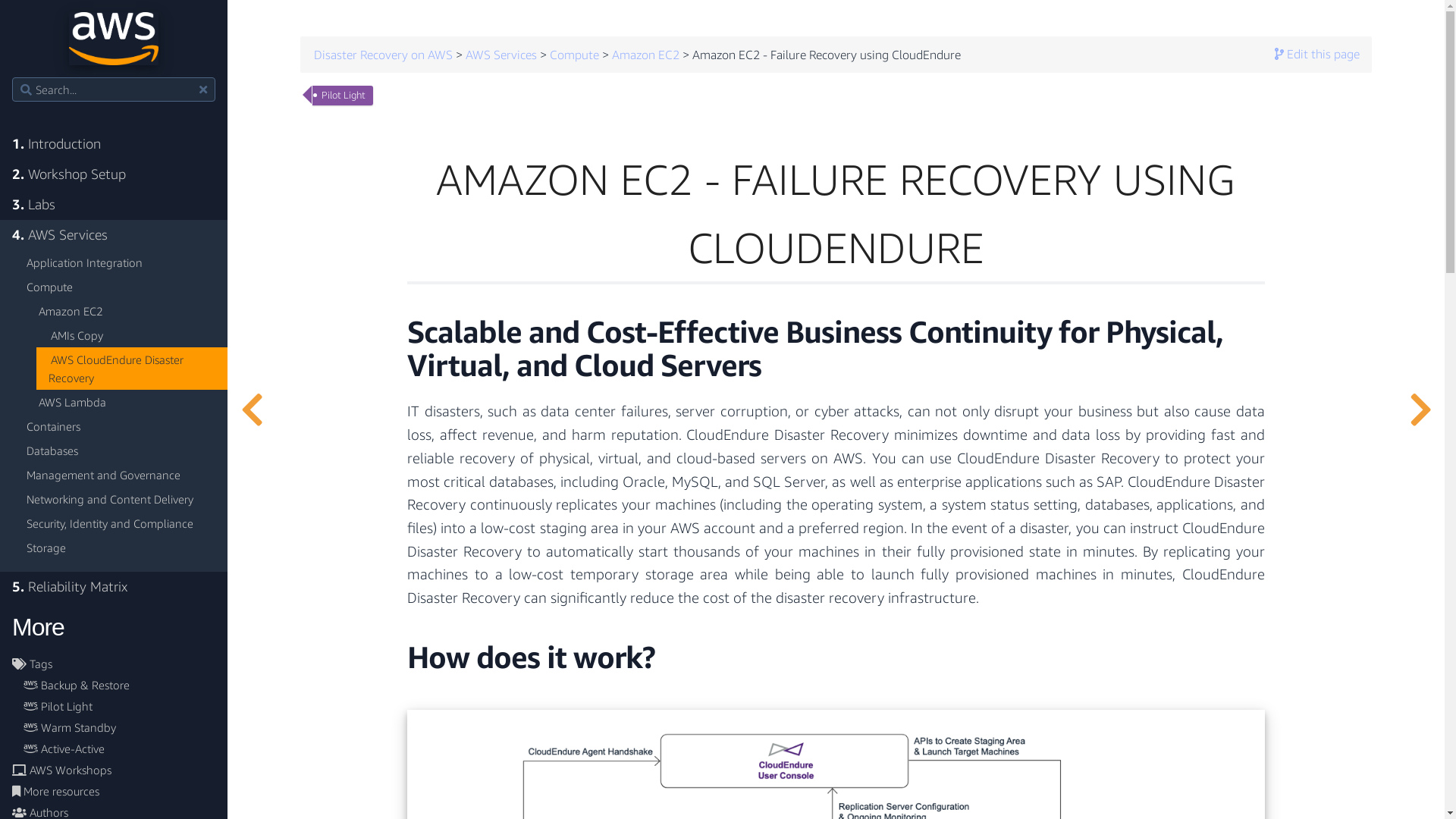 The width and height of the screenshot is (1456, 819). What do you see at coordinates (112, 174) in the screenshot?
I see `'2. Workshop Setup'` at bounding box center [112, 174].